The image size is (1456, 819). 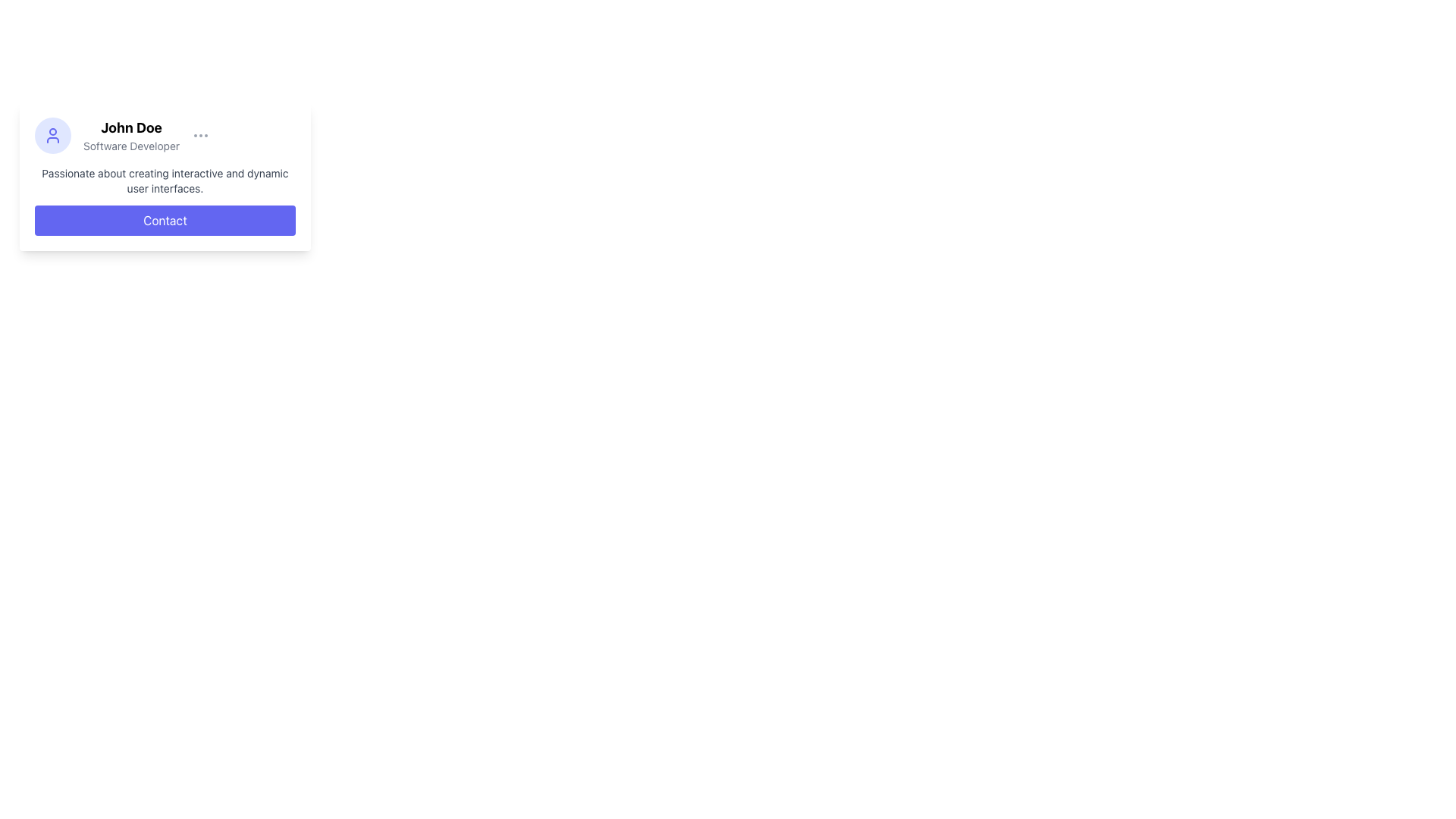 What do you see at coordinates (165, 220) in the screenshot?
I see `the 'Contact' button, which is a vibrant indigo rectangular button with white text, located below a paragraph in a user information card` at bounding box center [165, 220].